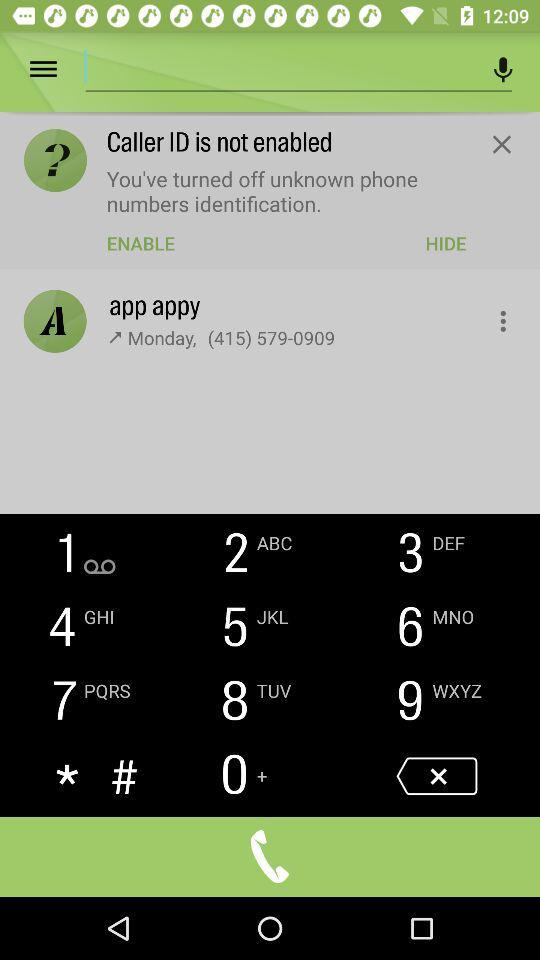 This screenshot has width=540, height=960. Describe the element at coordinates (502, 69) in the screenshot. I see `voice search` at that location.